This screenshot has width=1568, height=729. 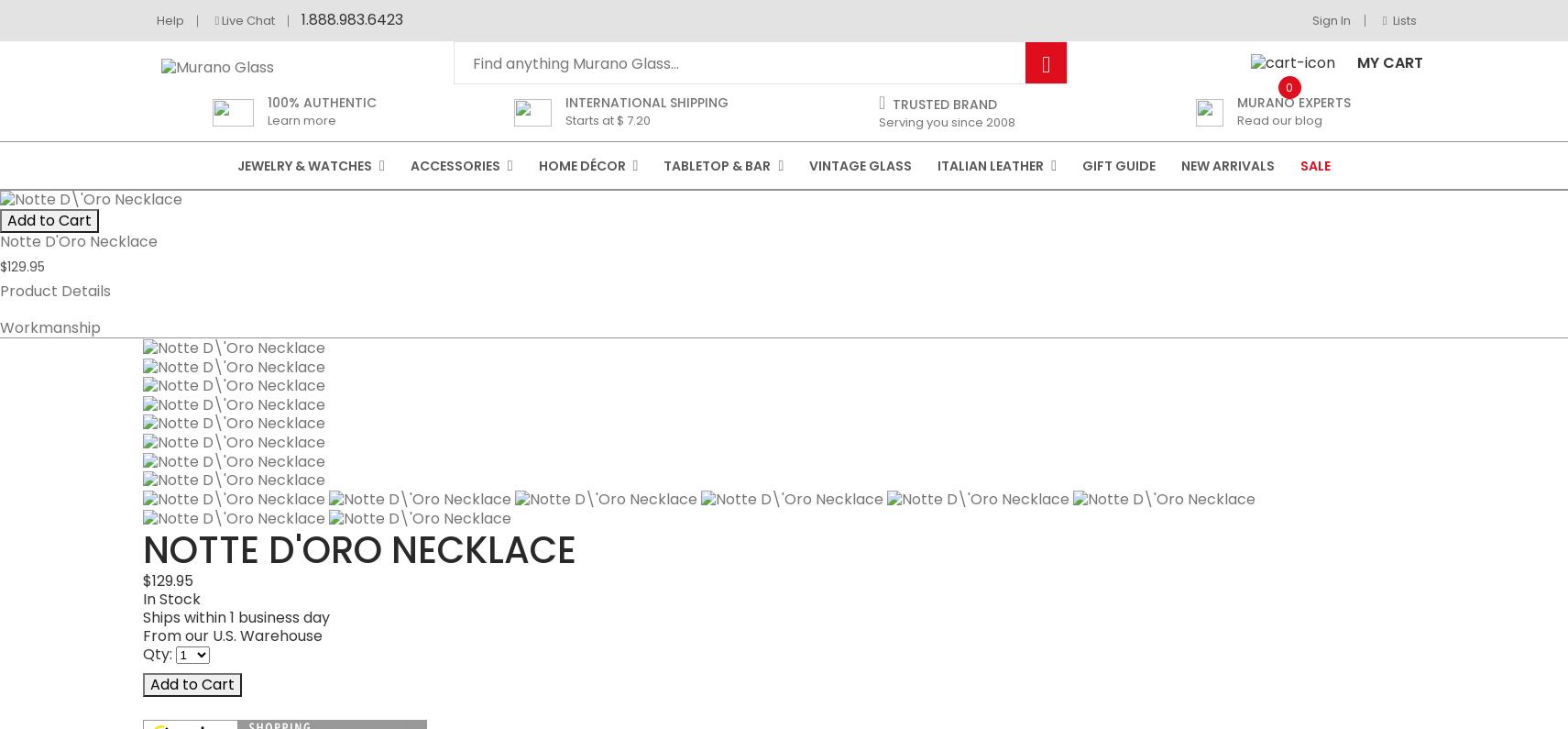 I want to click on 'This gorgeous Venetian necklace in a classic color palette of black and gold combines contemporary design with artistic value of famous Murano glass tradition. The necklace showcases the best of Murano glass-making with beautiful rich colors, artistic shapes and 24K gold leaf technique. This necklace is hand-made on Murano by the glass masters who have been perfecting their skills for generations. It is a must-have for any woman who values elegance, contemporary fashion and quality Italian workmanship.', so click(x=773, y=598).